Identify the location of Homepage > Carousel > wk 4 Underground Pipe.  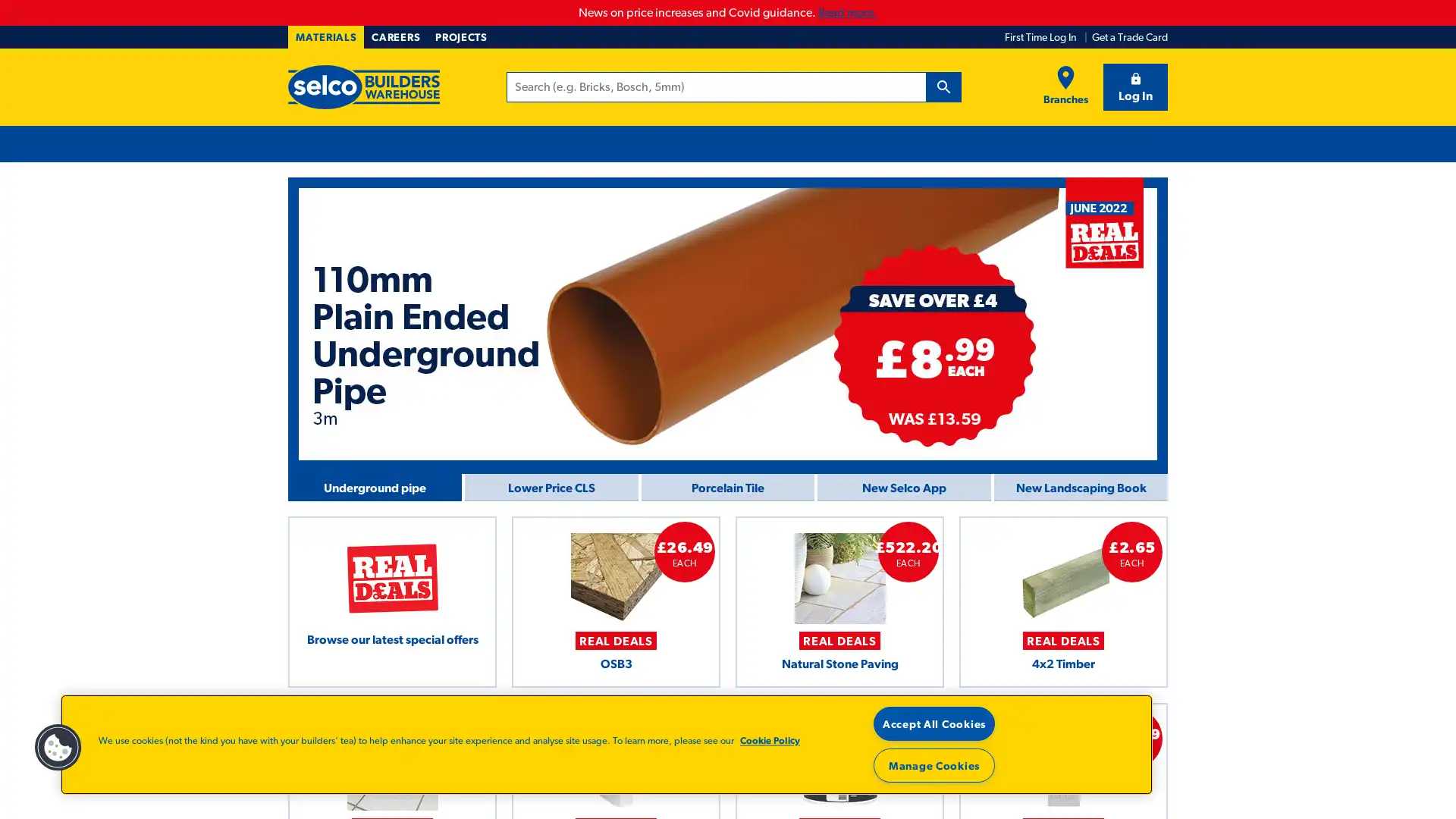
(375, 488).